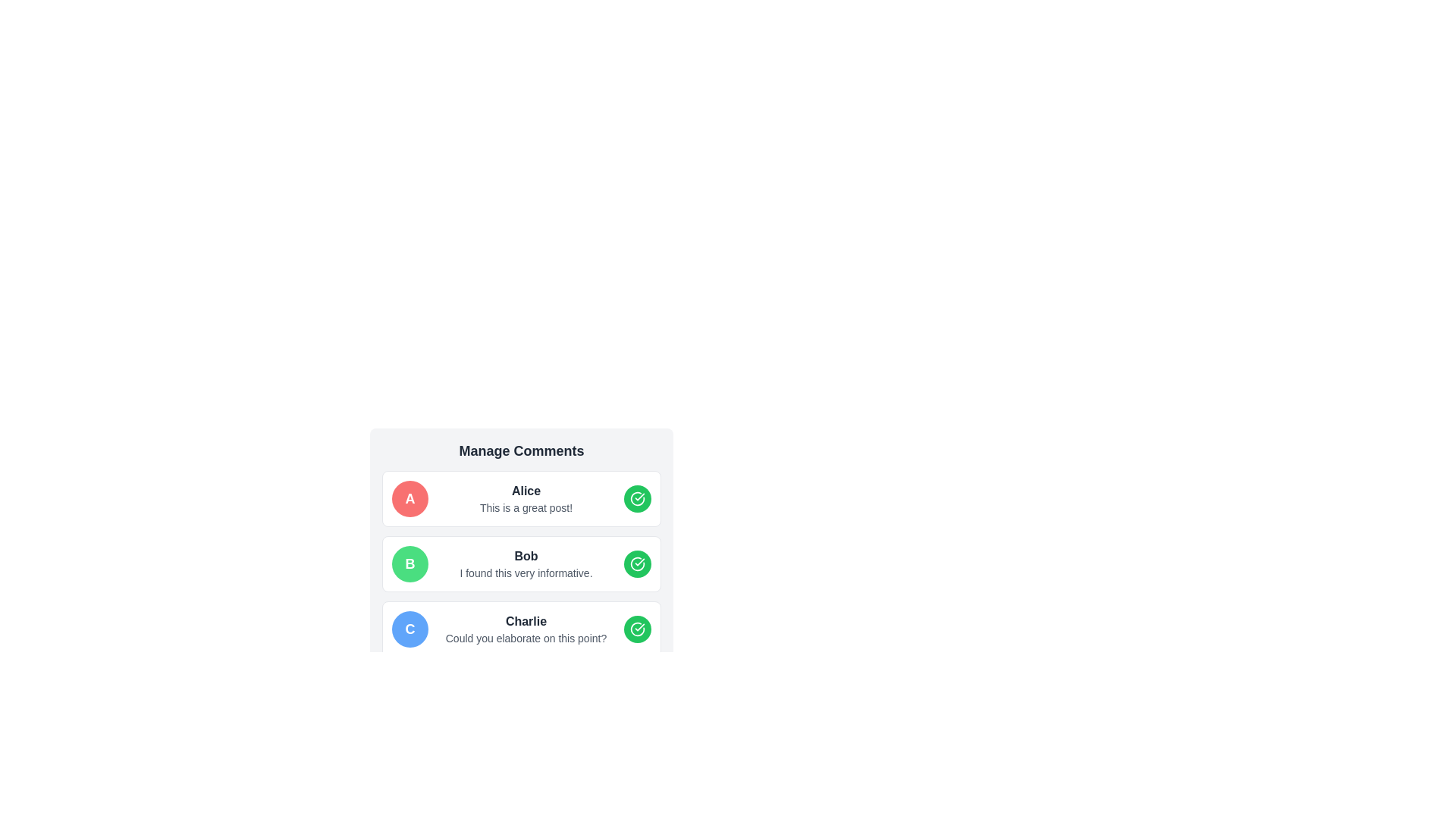 Image resolution: width=1456 pixels, height=819 pixels. What do you see at coordinates (637, 564) in the screenshot?
I see `the circular icon with a green background and a white check mark inside, located in the second comment row for user 'Bob', to approve or confirm` at bounding box center [637, 564].